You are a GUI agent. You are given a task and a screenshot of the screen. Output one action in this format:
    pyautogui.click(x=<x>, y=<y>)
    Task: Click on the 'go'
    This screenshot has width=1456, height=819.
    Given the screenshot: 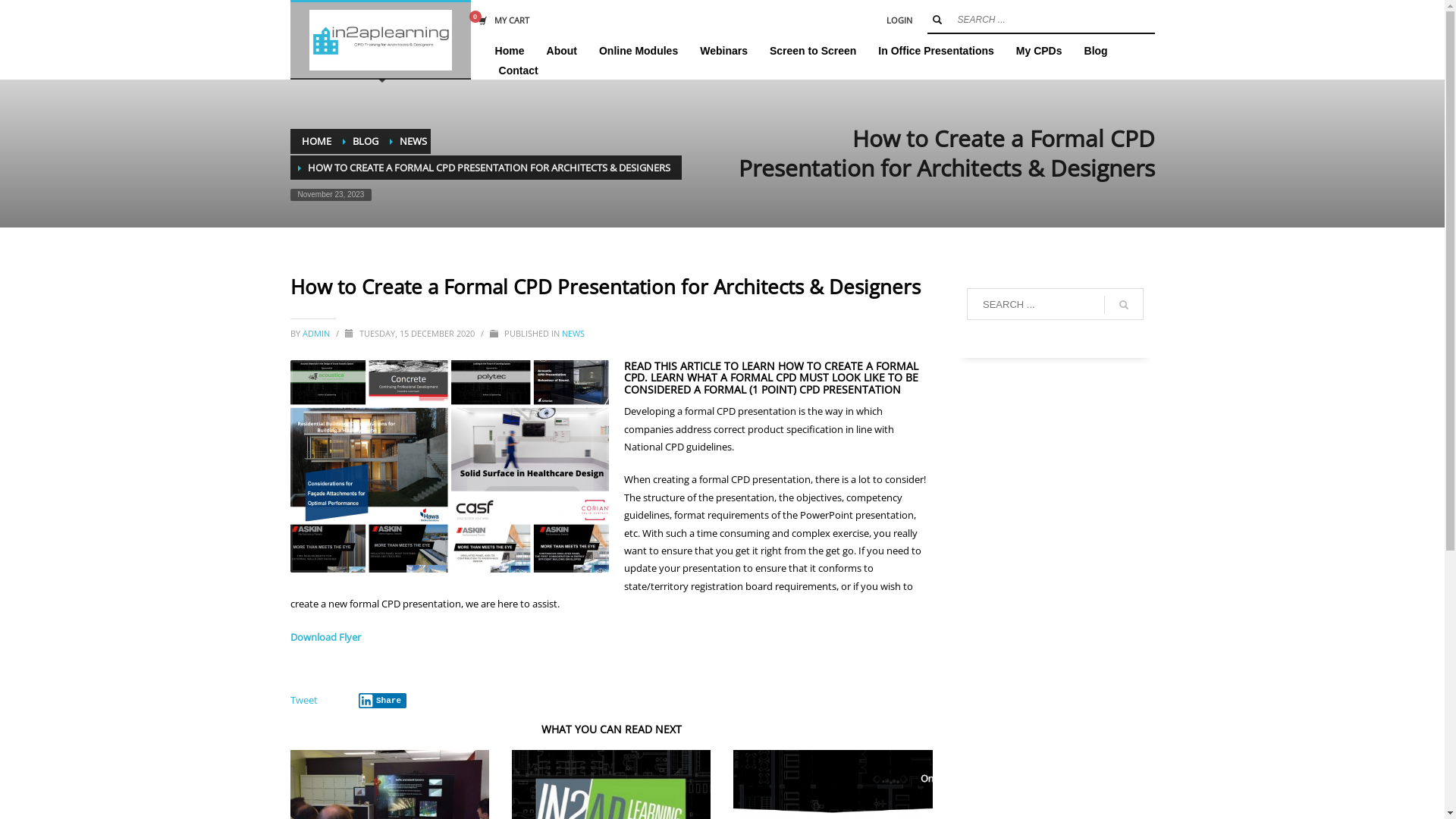 What is the action you would take?
    pyautogui.click(x=1103, y=304)
    